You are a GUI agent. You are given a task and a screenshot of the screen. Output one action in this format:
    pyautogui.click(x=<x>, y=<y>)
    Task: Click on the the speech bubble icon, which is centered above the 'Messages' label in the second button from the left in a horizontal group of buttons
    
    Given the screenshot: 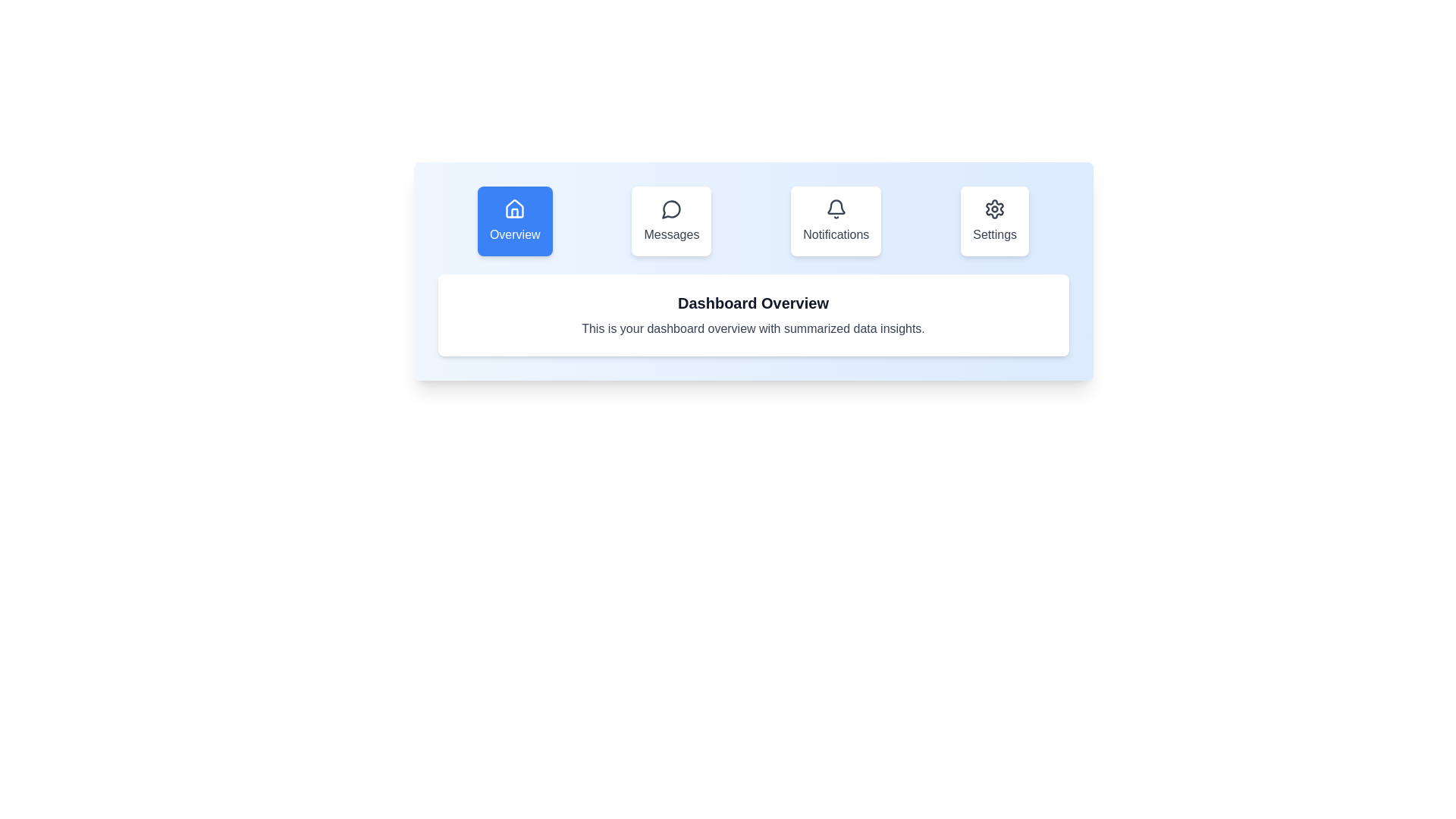 What is the action you would take?
    pyautogui.click(x=670, y=209)
    